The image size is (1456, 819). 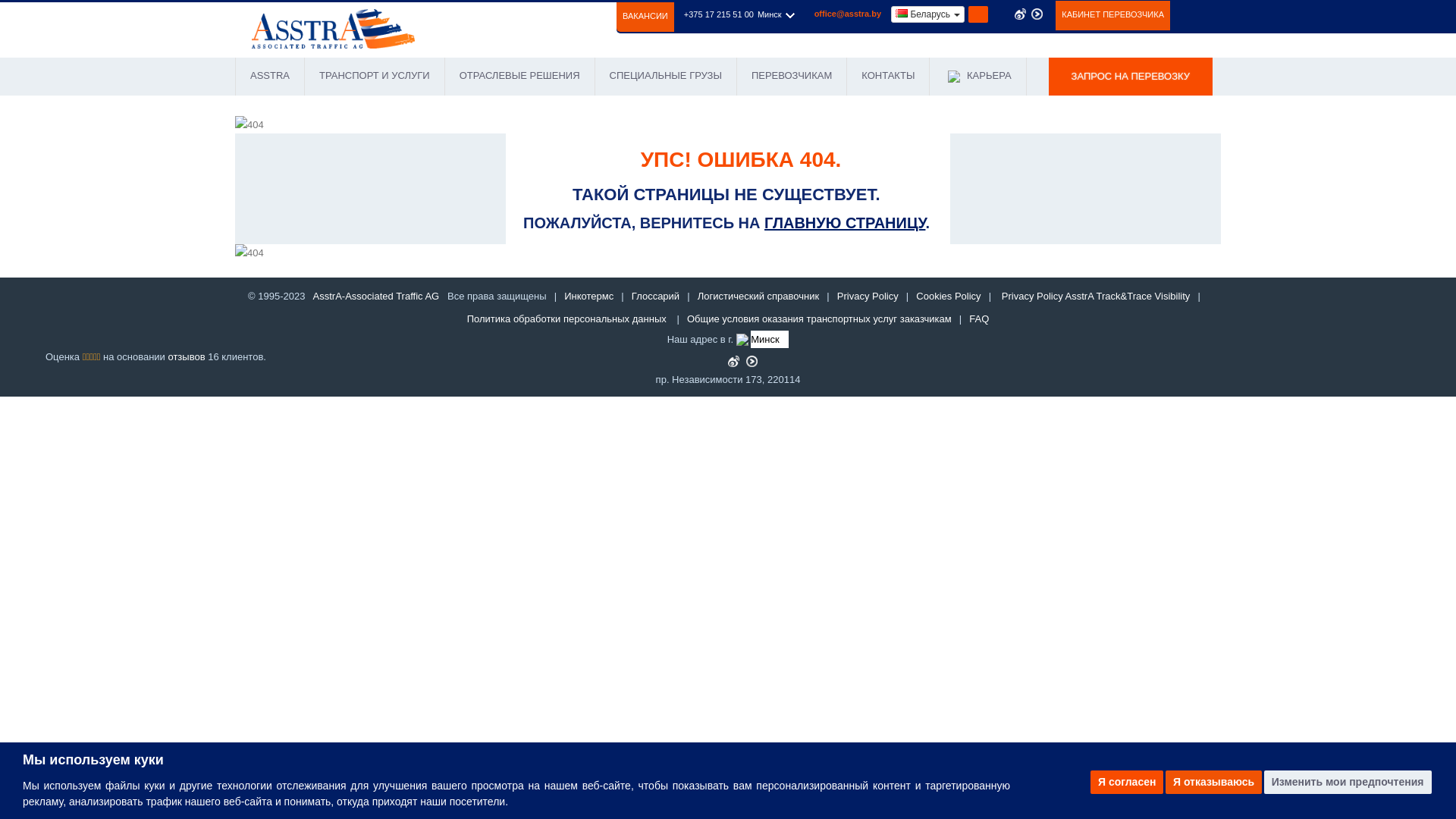 What do you see at coordinates (1096, 296) in the screenshot?
I see `'Privacy Policy AsstrA Track&Trace Visibility'` at bounding box center [1096, 296].